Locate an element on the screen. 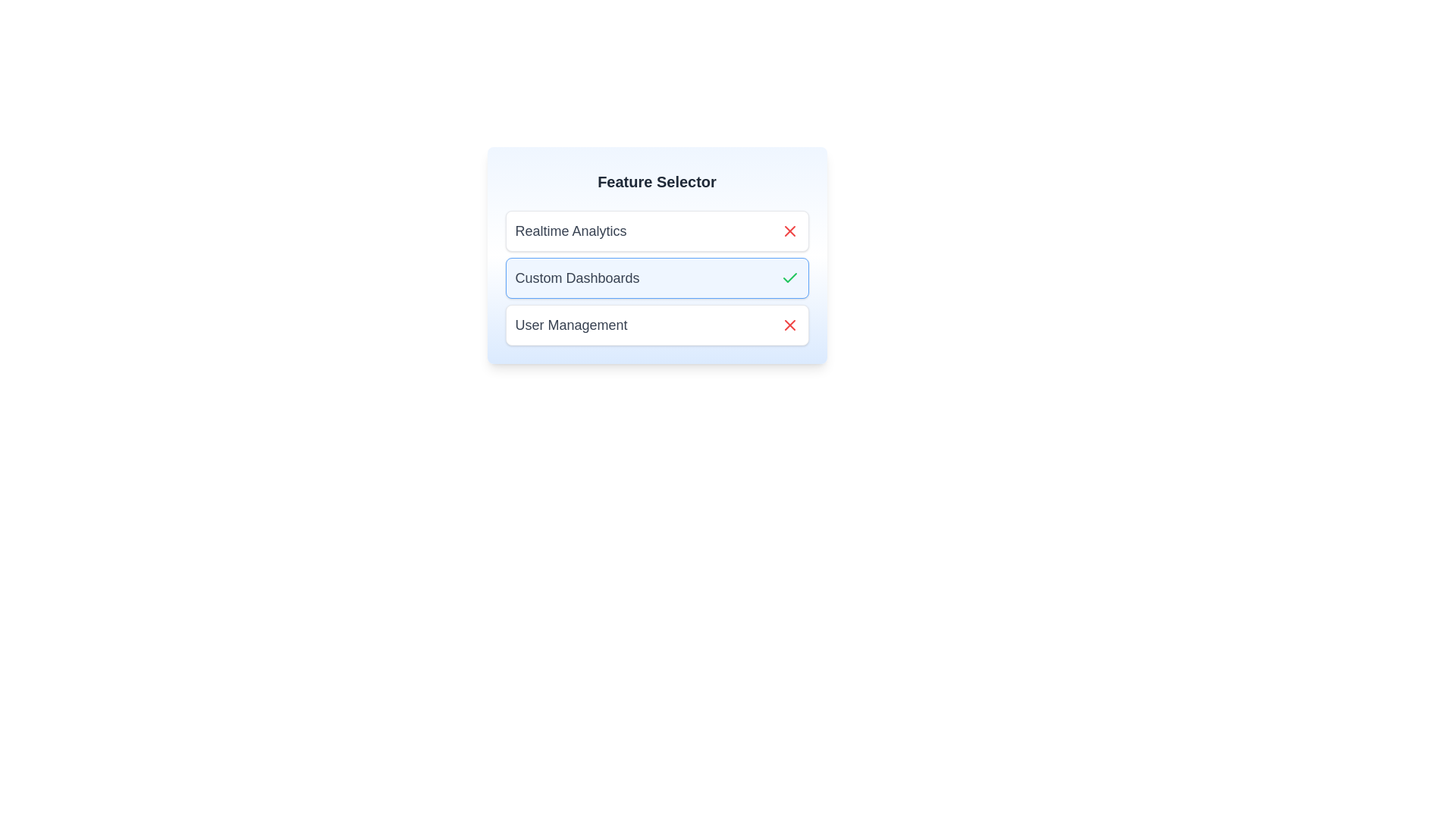 The height and width of the screenshot is (819, 1456). the item labeled User Management is located at coordinates (657, 324).